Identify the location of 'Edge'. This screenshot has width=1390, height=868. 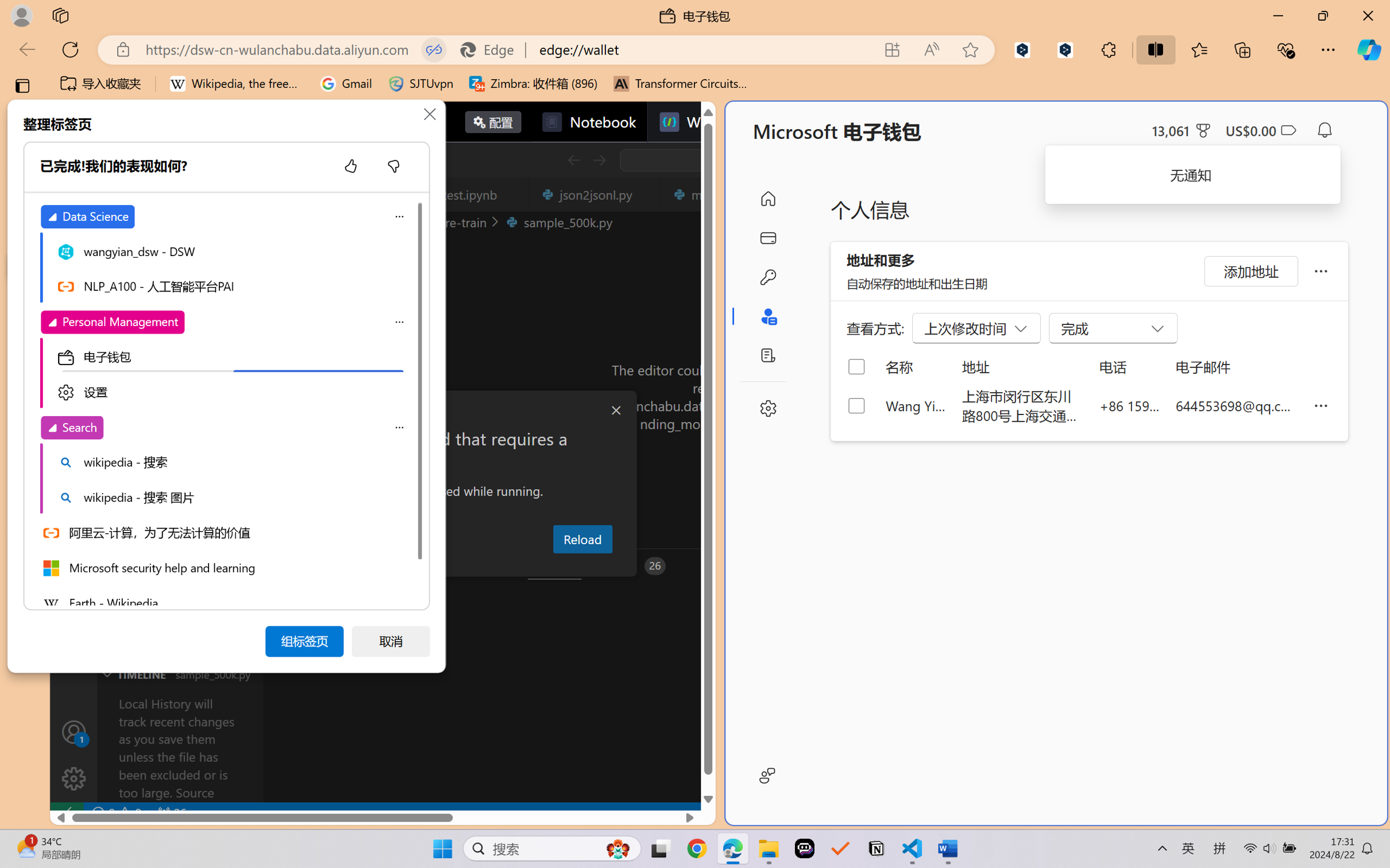
(492, 49).